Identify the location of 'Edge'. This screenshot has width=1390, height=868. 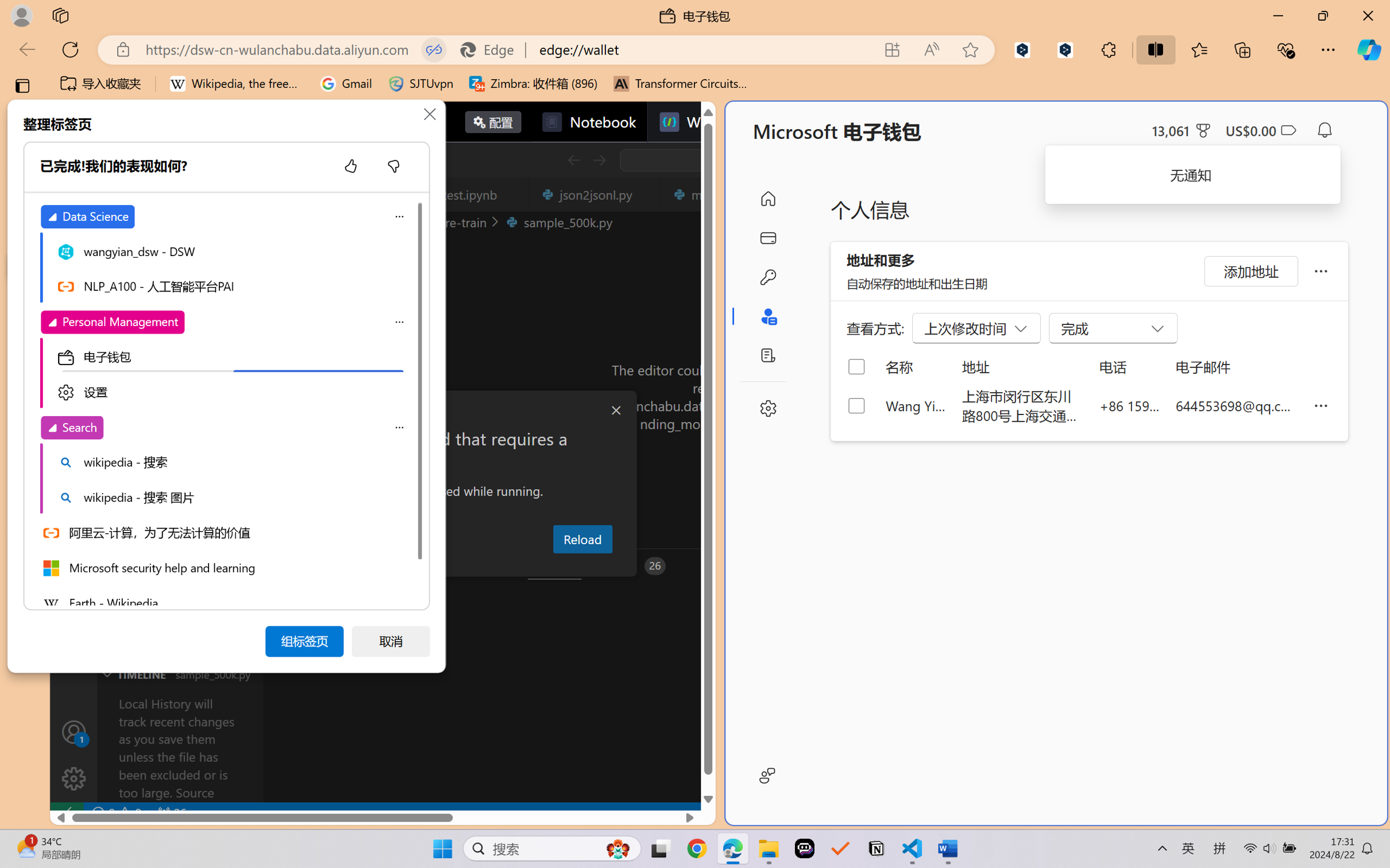
(492, 49).